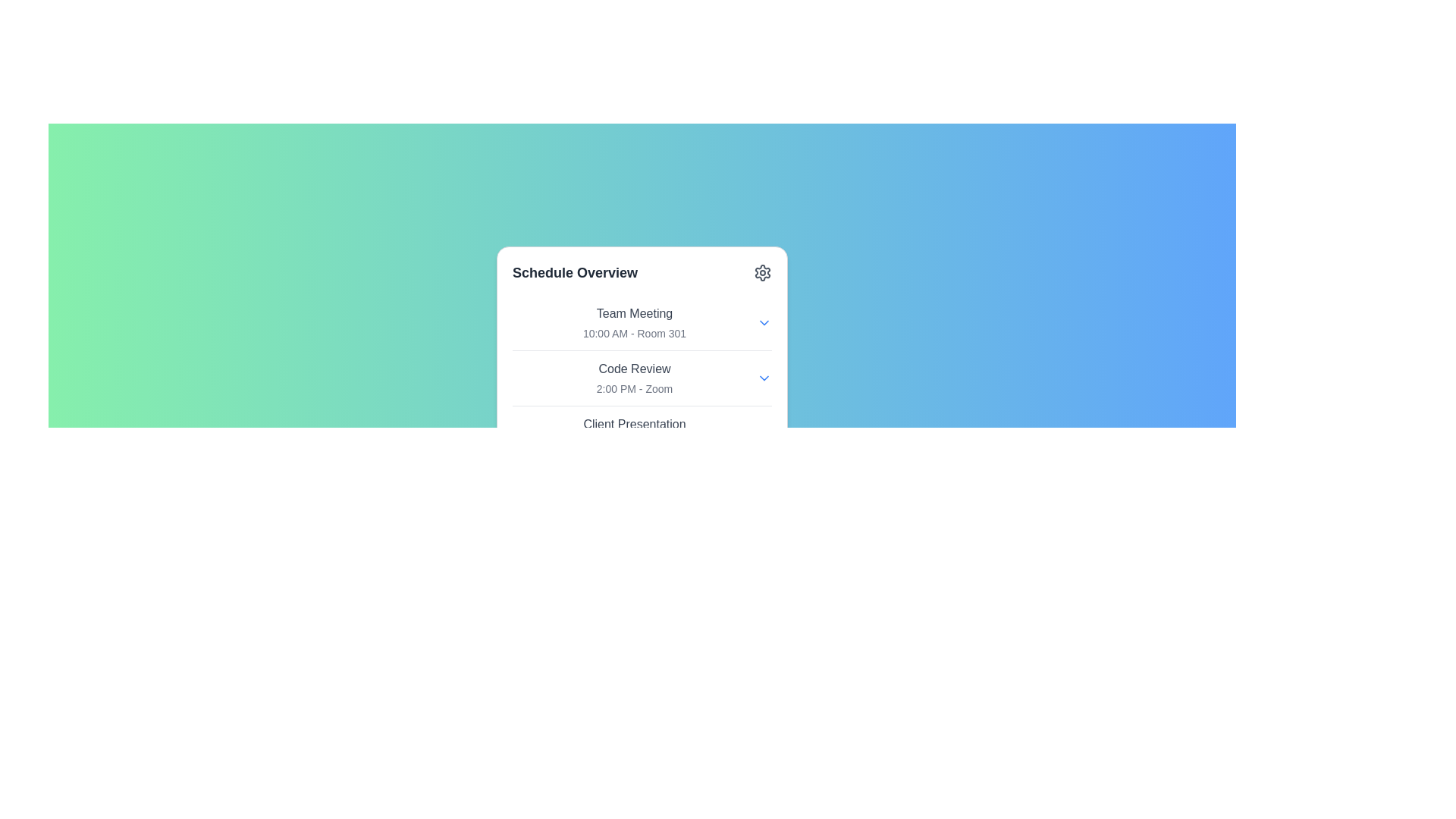 This screenshot has width=1456, height=819. I want to click on the text label displaying '2:00 PM - Zoom', which is positioned below the title 'Code Review' in a gray font, so click(634, 388).